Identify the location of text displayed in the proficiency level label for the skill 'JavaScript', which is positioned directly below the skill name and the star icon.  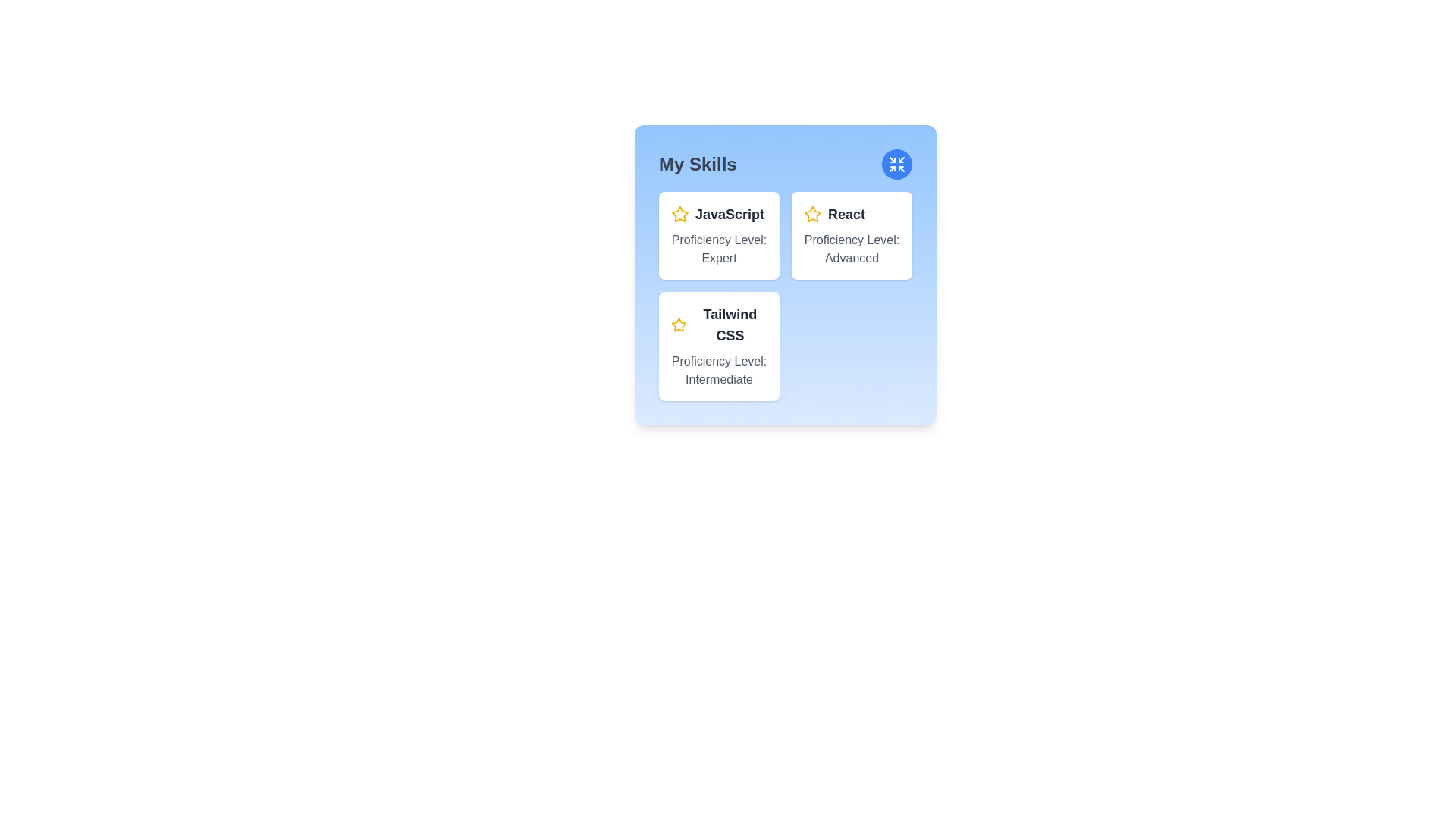
(718, 248).